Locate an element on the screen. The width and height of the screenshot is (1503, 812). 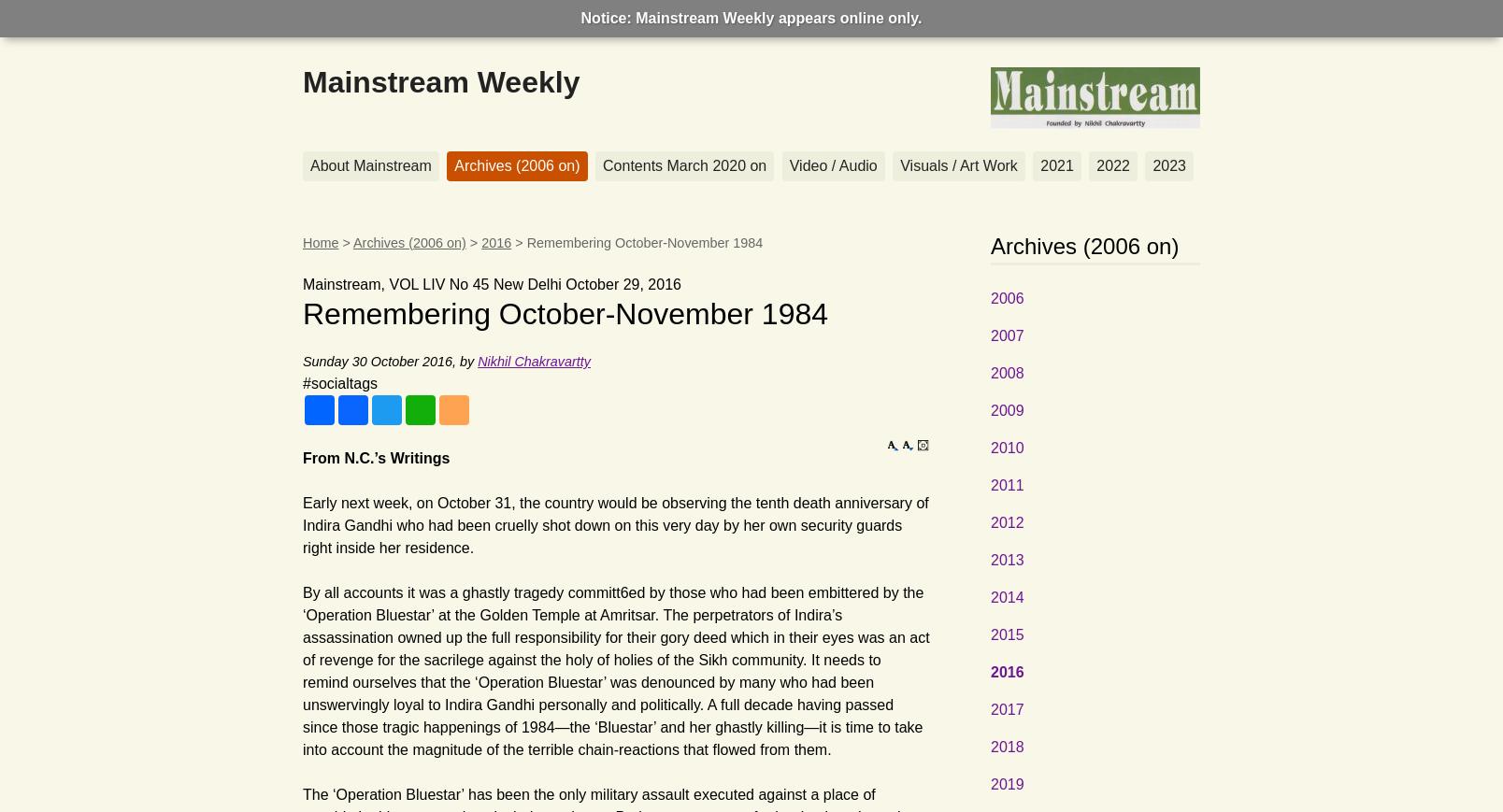
',' is located at coordinates (456, 360).